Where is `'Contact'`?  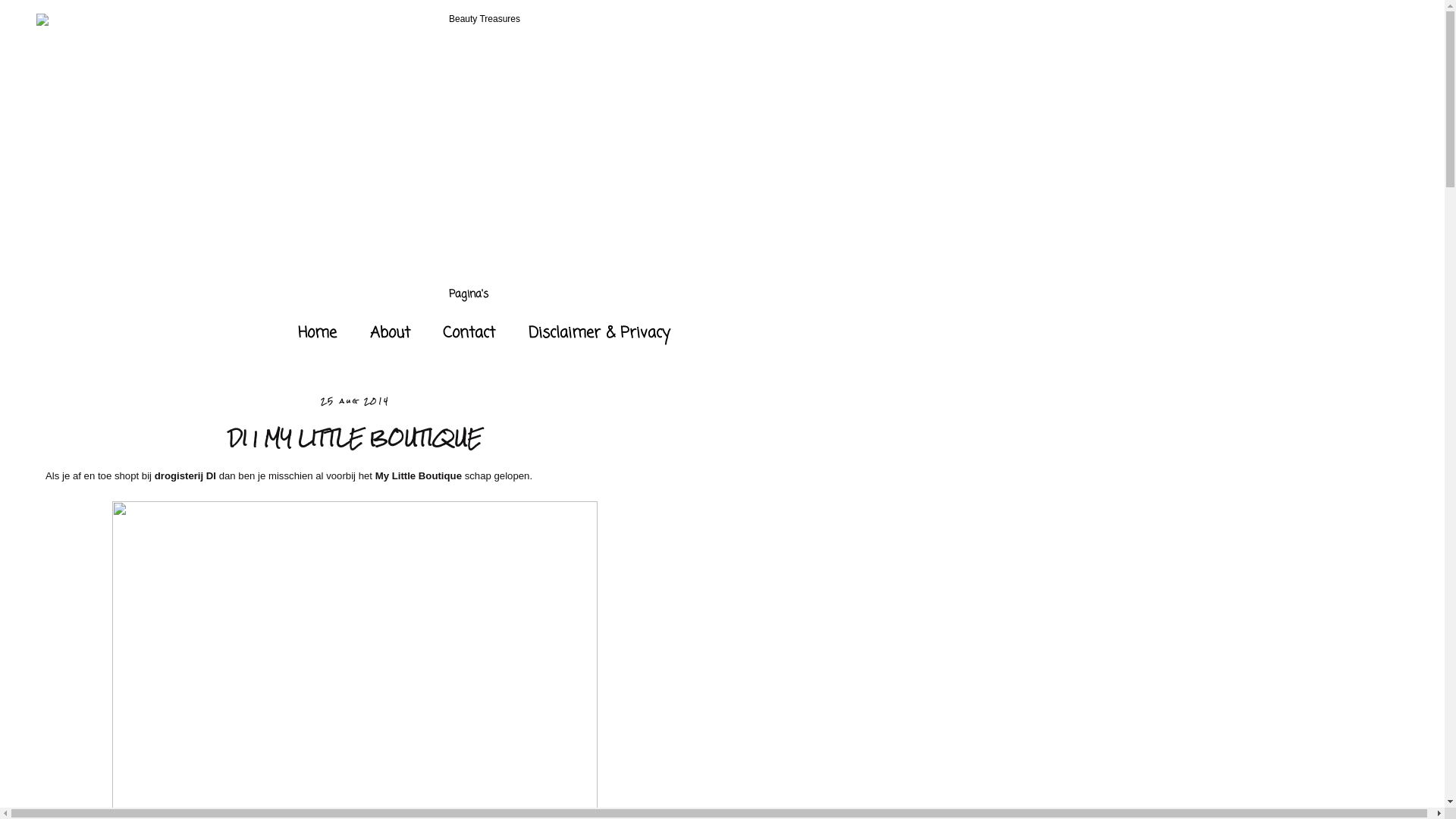 'Contact' is located at coordinates (468, 332).